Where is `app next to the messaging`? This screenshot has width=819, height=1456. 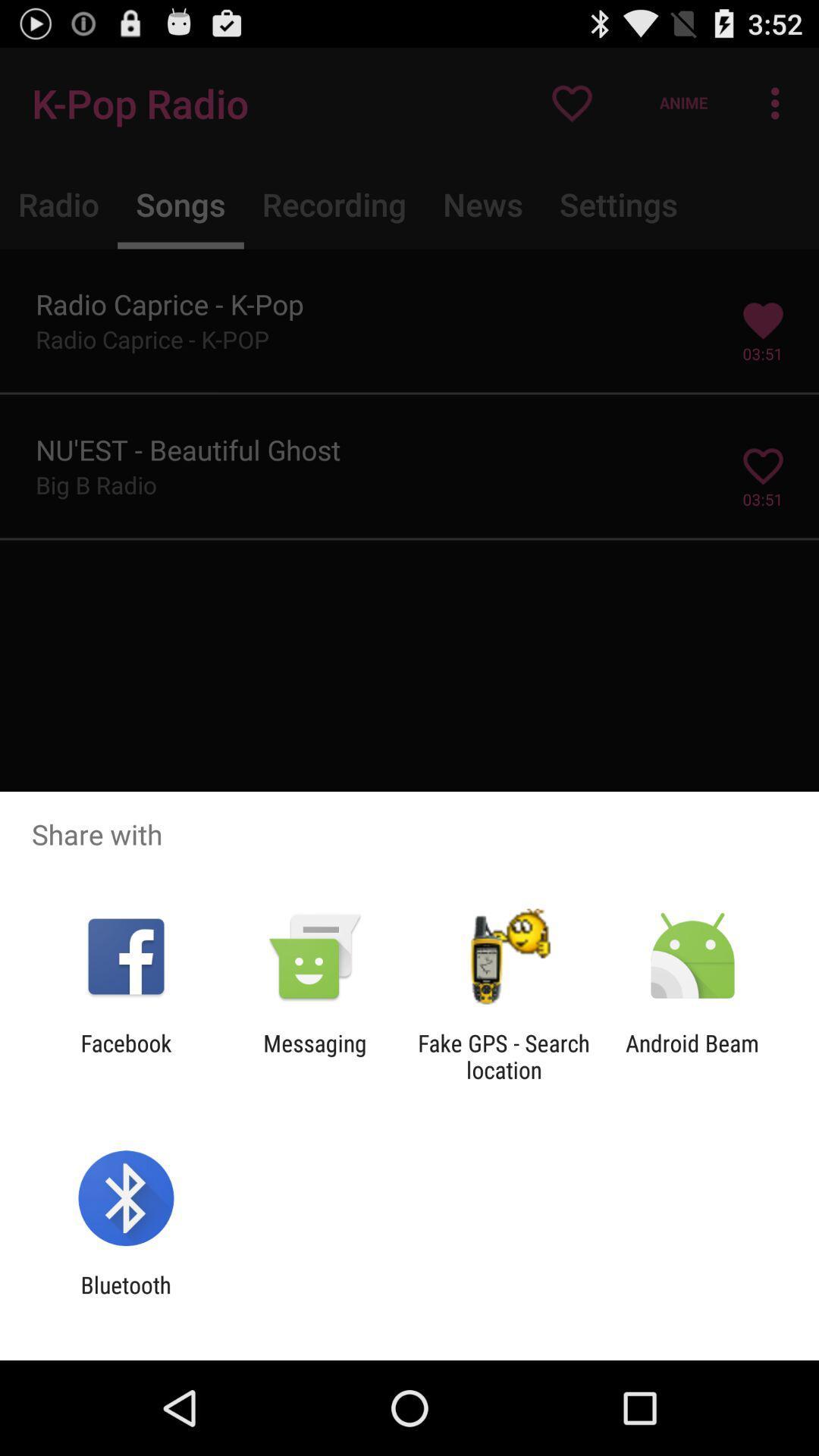 app next to the messaging is located at coordinates (504, 1056).